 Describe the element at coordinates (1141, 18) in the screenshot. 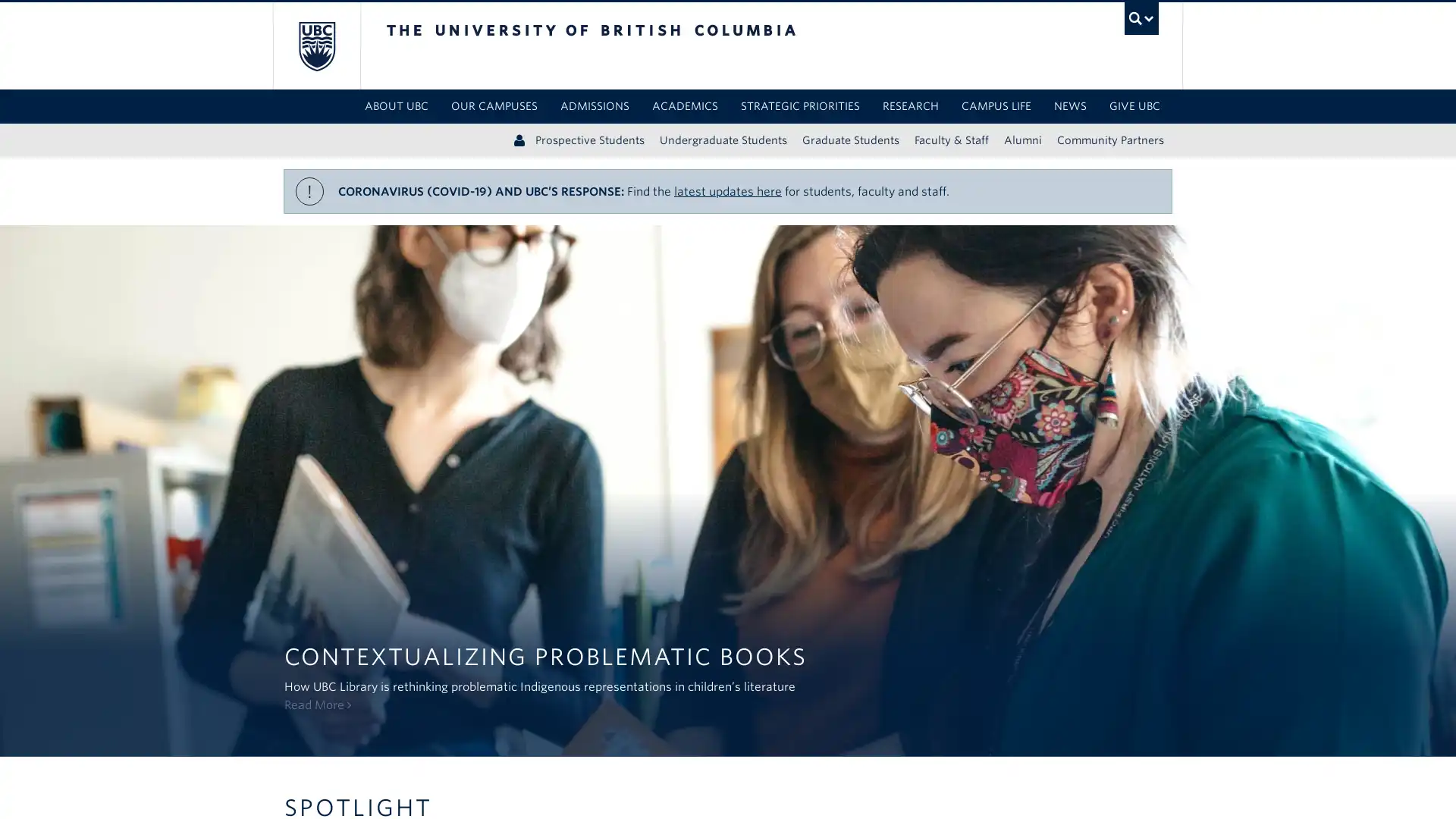

I see `search trigger` at that location.